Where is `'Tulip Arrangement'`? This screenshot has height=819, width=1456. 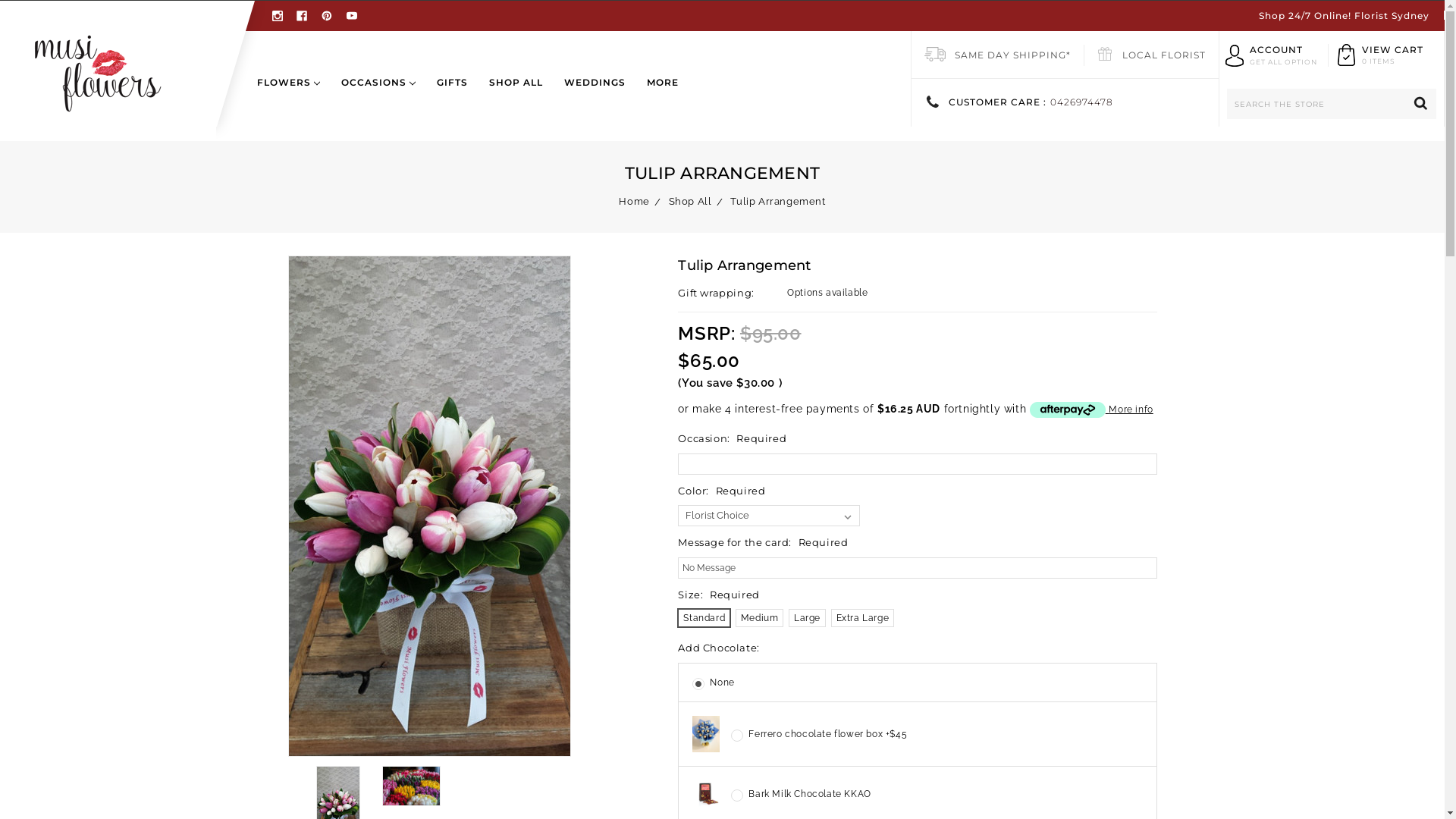
'Tulip Arrangement' is located at coordinates (287, 506).